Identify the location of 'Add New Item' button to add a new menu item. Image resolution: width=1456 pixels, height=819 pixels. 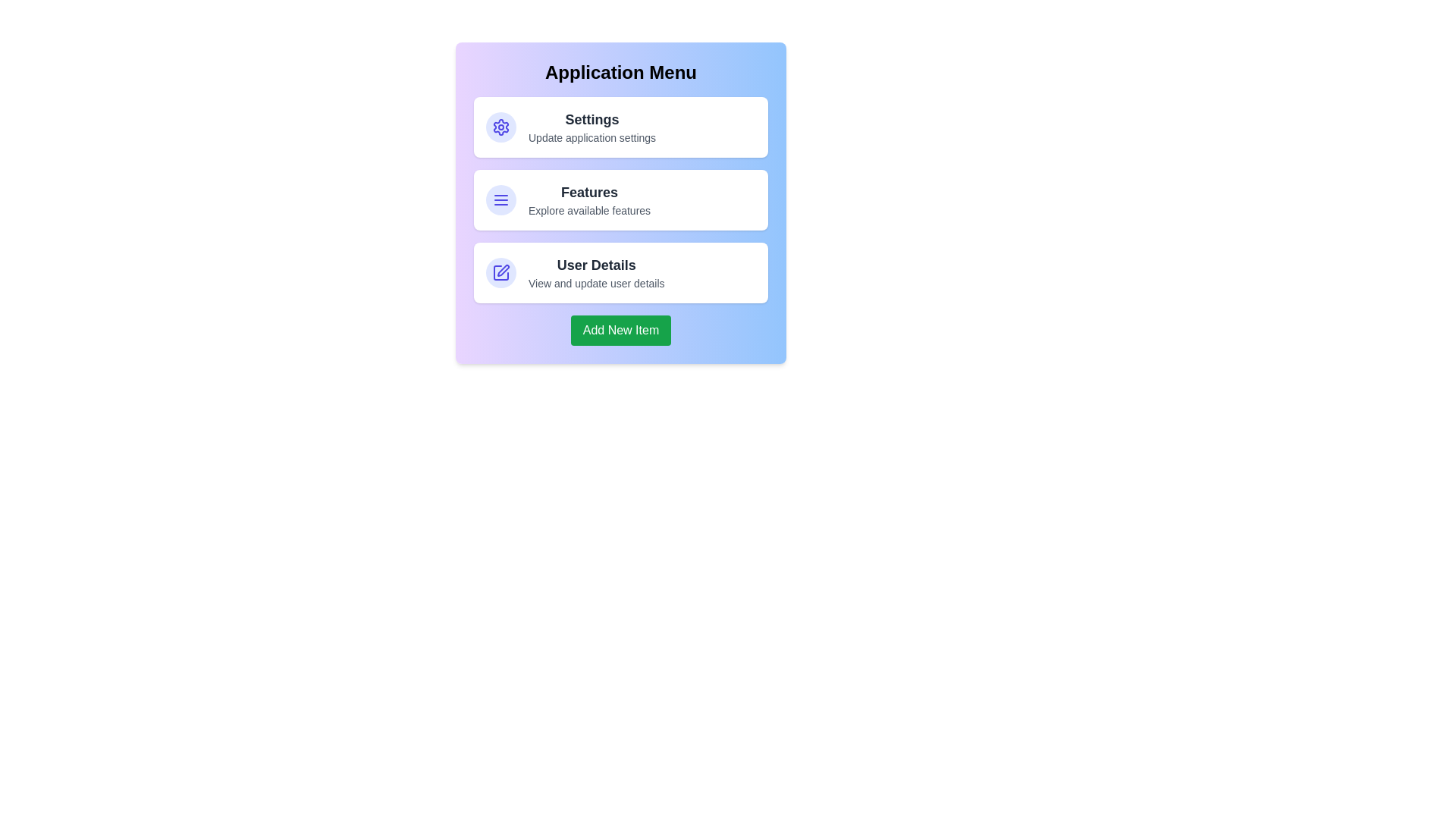
(621, 329).